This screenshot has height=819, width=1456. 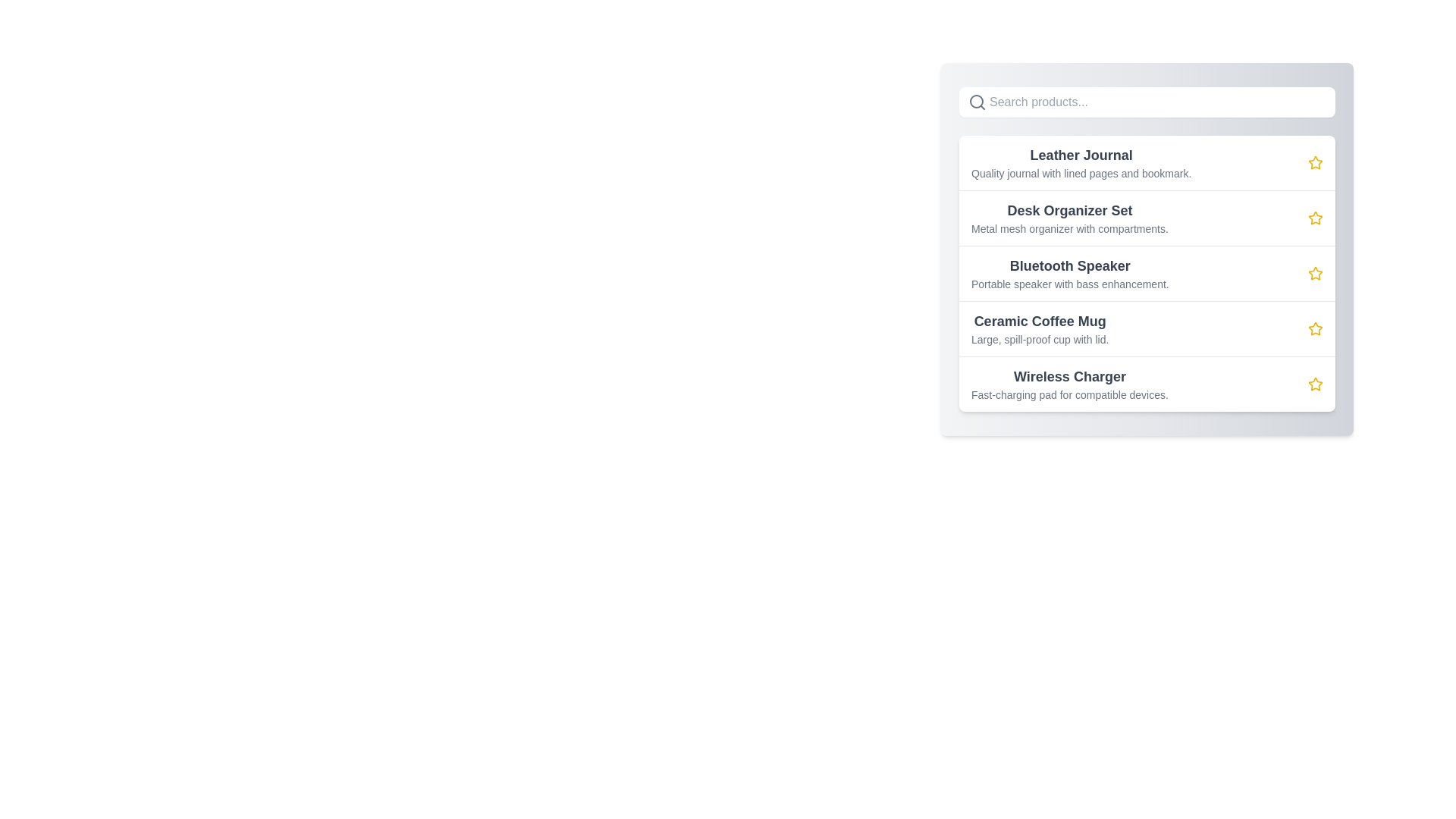 What do you see at coordinates (1314, 383) in the screenshot?
I see `the Star icon with a yellow border located to the right of the 'Wireless Charger' product description` at bounding box center [1314, 383].